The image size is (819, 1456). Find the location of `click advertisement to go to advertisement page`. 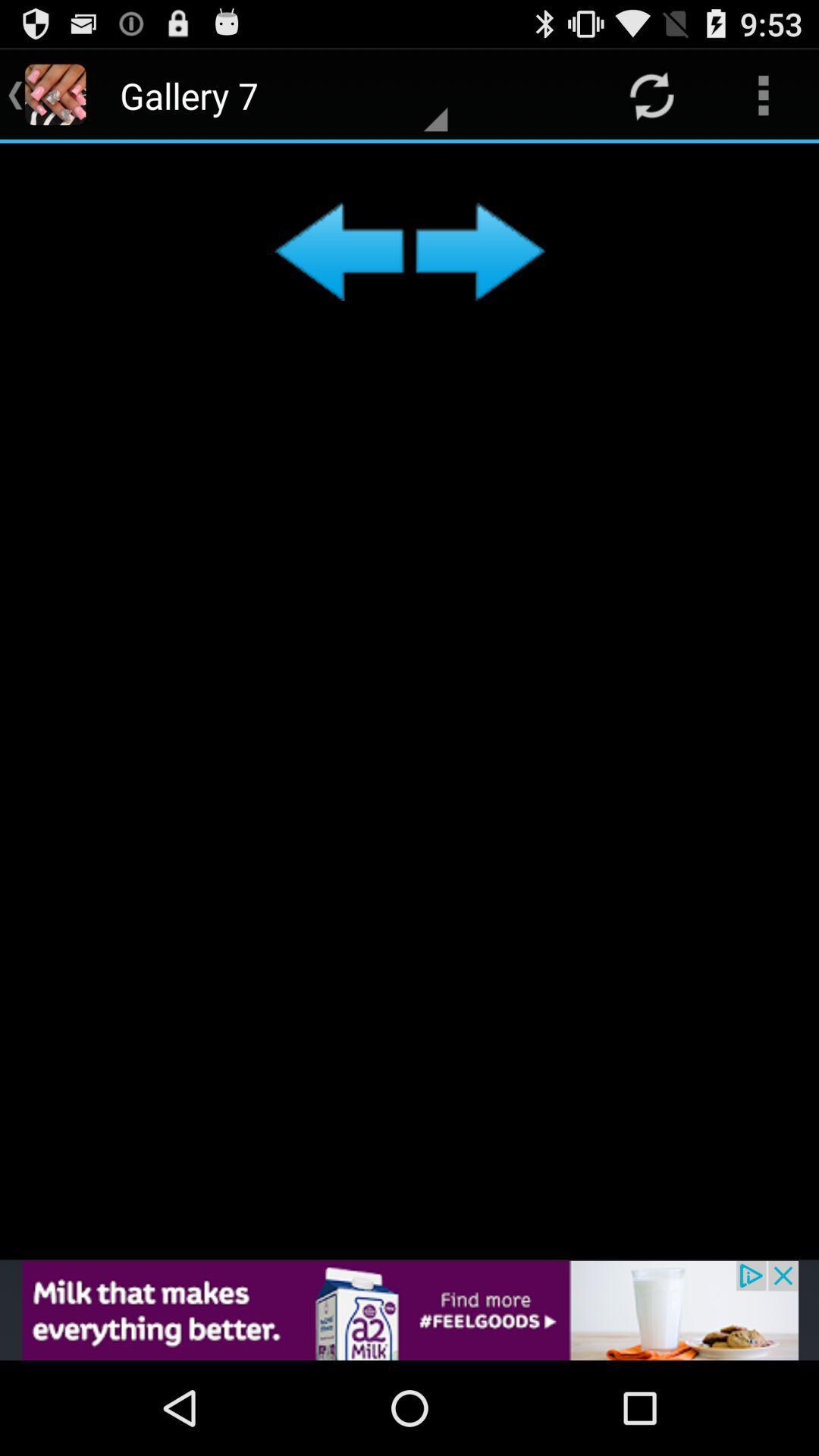

click advertisement to go to advertisement page is located at coordinates (409, 1310).